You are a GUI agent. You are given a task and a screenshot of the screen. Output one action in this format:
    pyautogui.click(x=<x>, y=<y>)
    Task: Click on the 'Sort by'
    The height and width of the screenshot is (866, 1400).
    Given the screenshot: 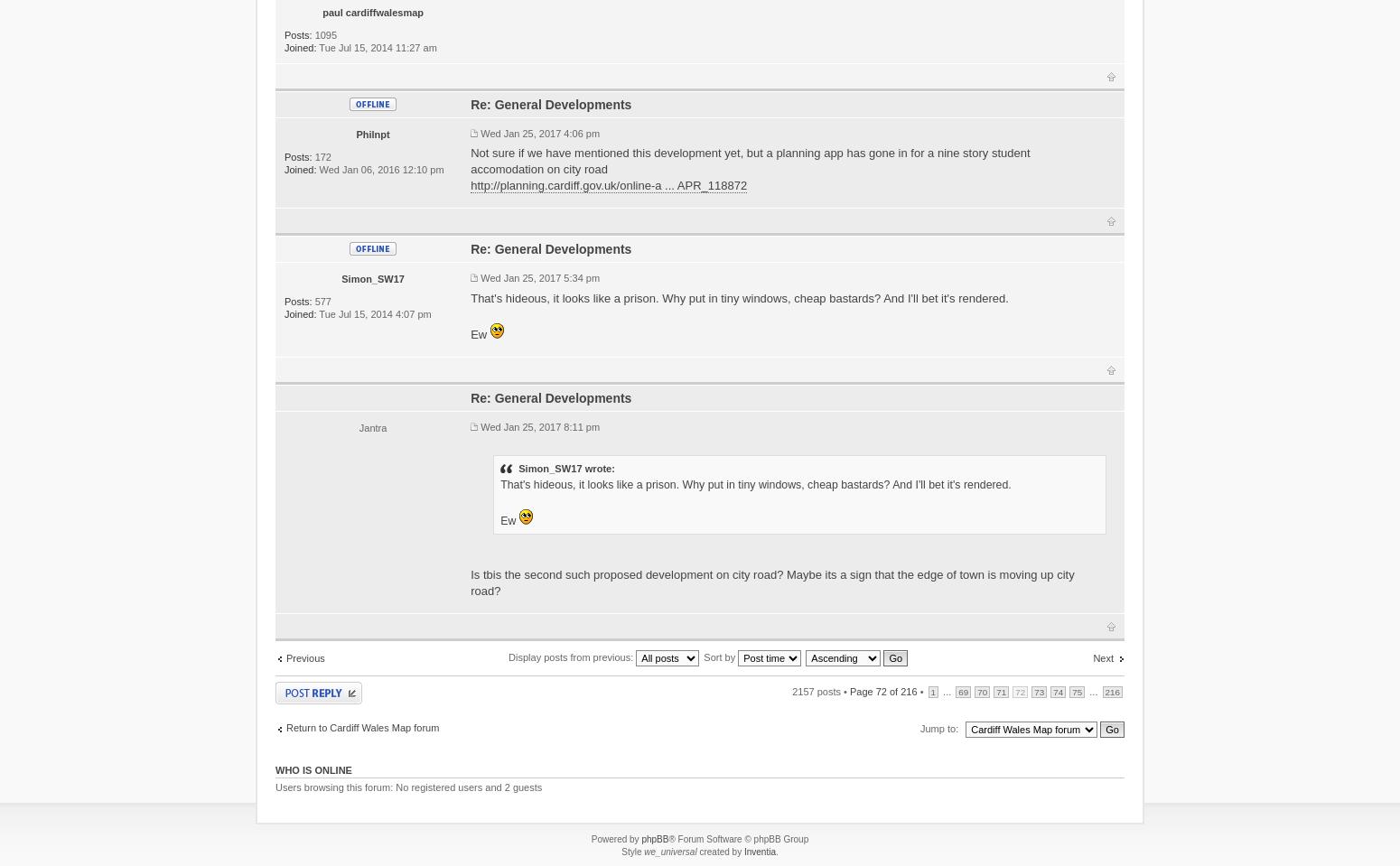 What is the action you would take?
    pyautogui.click(x=719, y=656)
    